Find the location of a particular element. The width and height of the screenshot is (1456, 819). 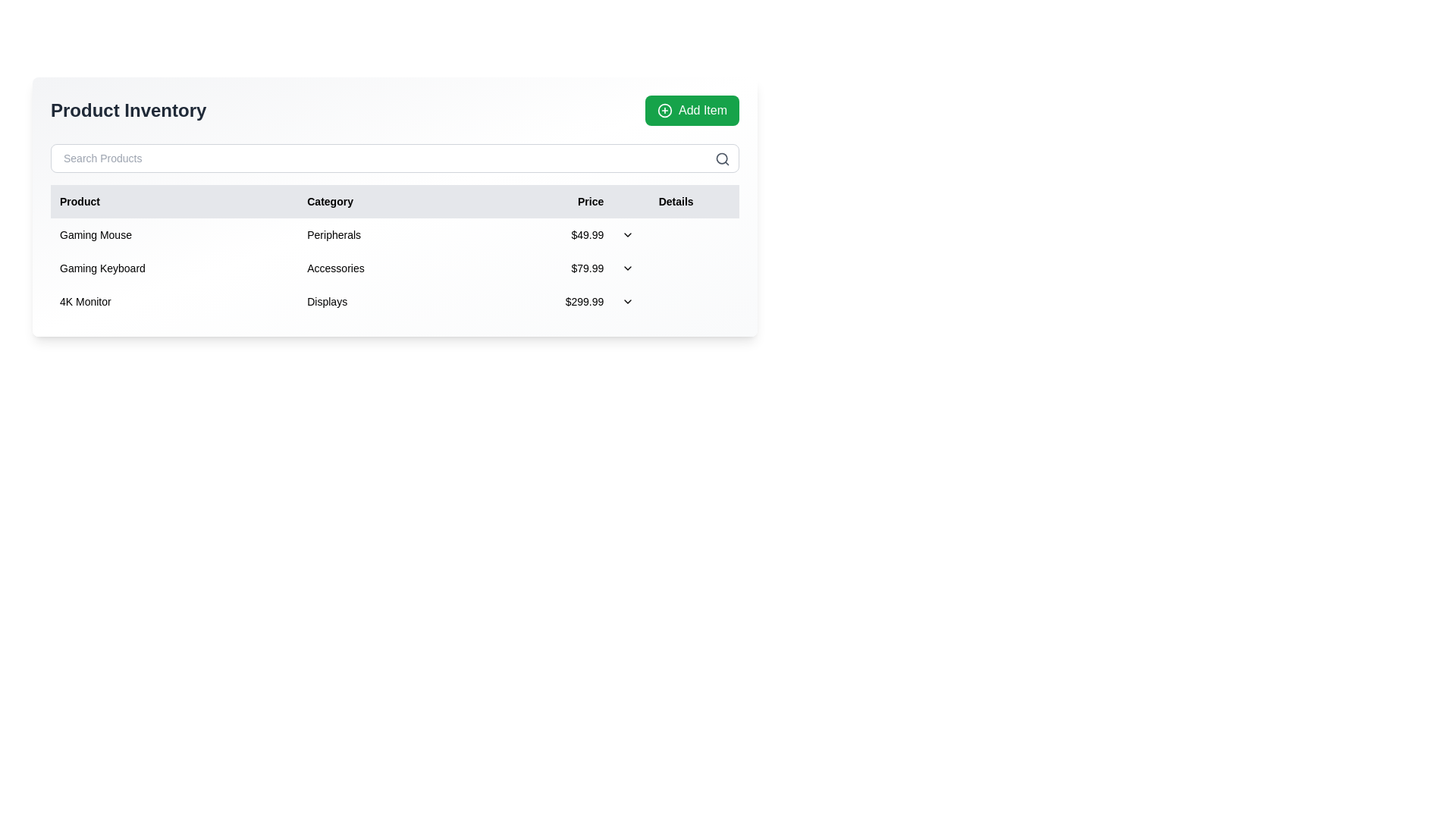

the green button labeled 'Add Item' with a white plus icon is located at coordinates (691, 110).